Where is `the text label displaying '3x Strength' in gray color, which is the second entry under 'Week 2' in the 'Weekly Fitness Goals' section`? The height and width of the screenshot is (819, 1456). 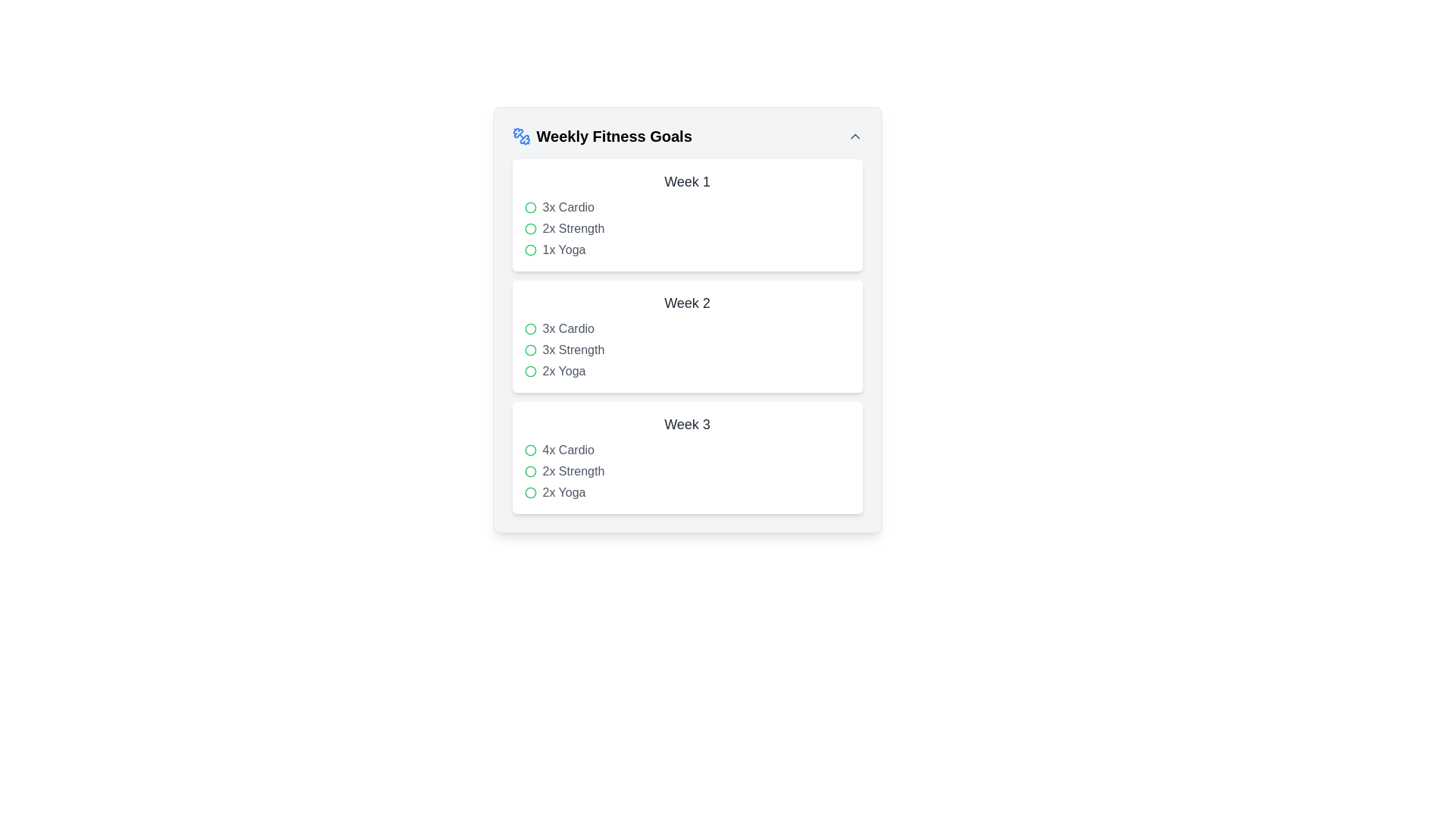 the text label displaying '3x Strength' in gray color, which is the second entry under 'Week 2' in the 'Weekly Fitness Goals' section is located at coordinates (573, 350).